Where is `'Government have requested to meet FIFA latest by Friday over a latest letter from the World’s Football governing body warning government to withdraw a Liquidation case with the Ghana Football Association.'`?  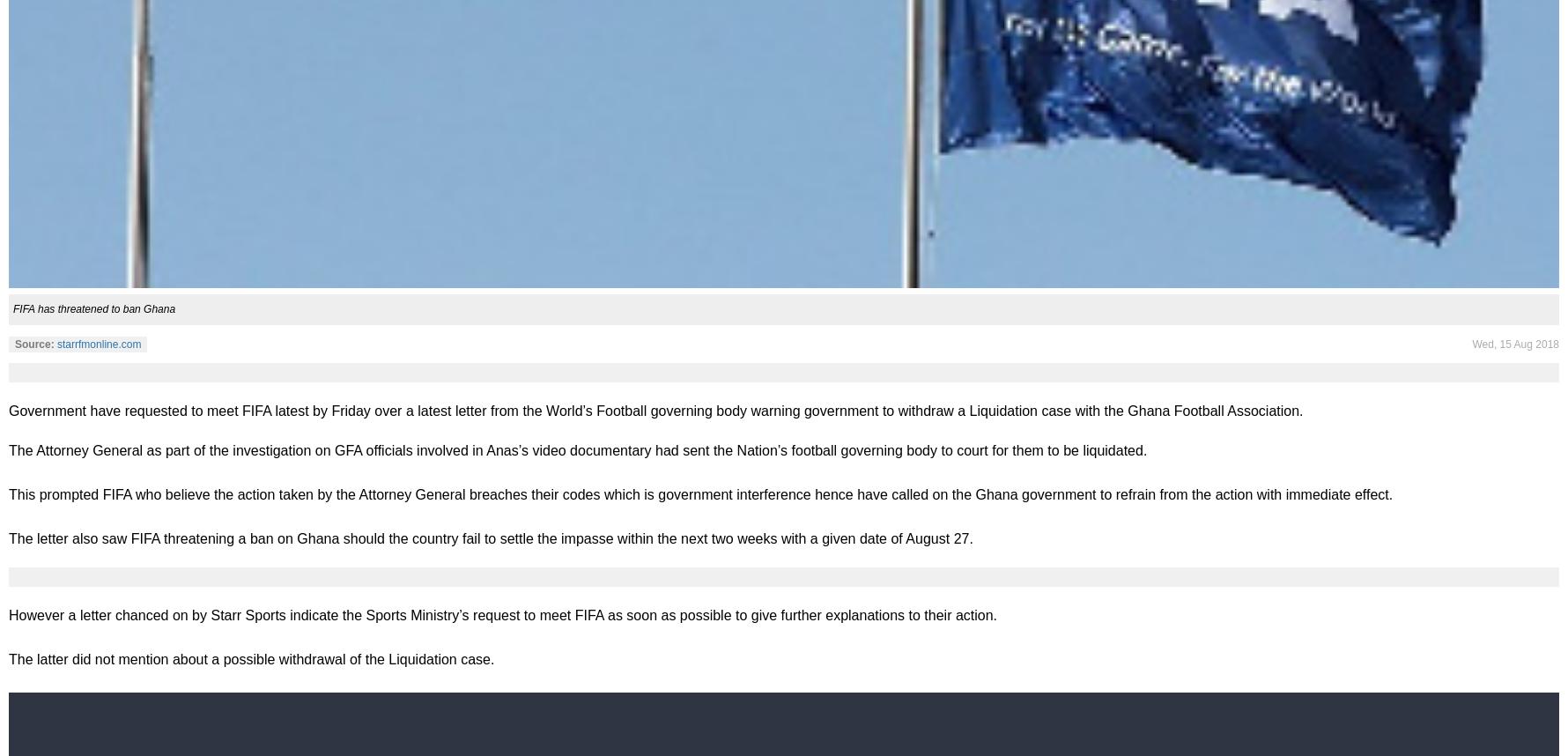 'Government have requested to meet FIFA latest by Friday over a latest letter from the World’s Football governing body warning government to withdraw a Liquidation case with the Ghana Football Association.' is located at coordinates (8, 410).